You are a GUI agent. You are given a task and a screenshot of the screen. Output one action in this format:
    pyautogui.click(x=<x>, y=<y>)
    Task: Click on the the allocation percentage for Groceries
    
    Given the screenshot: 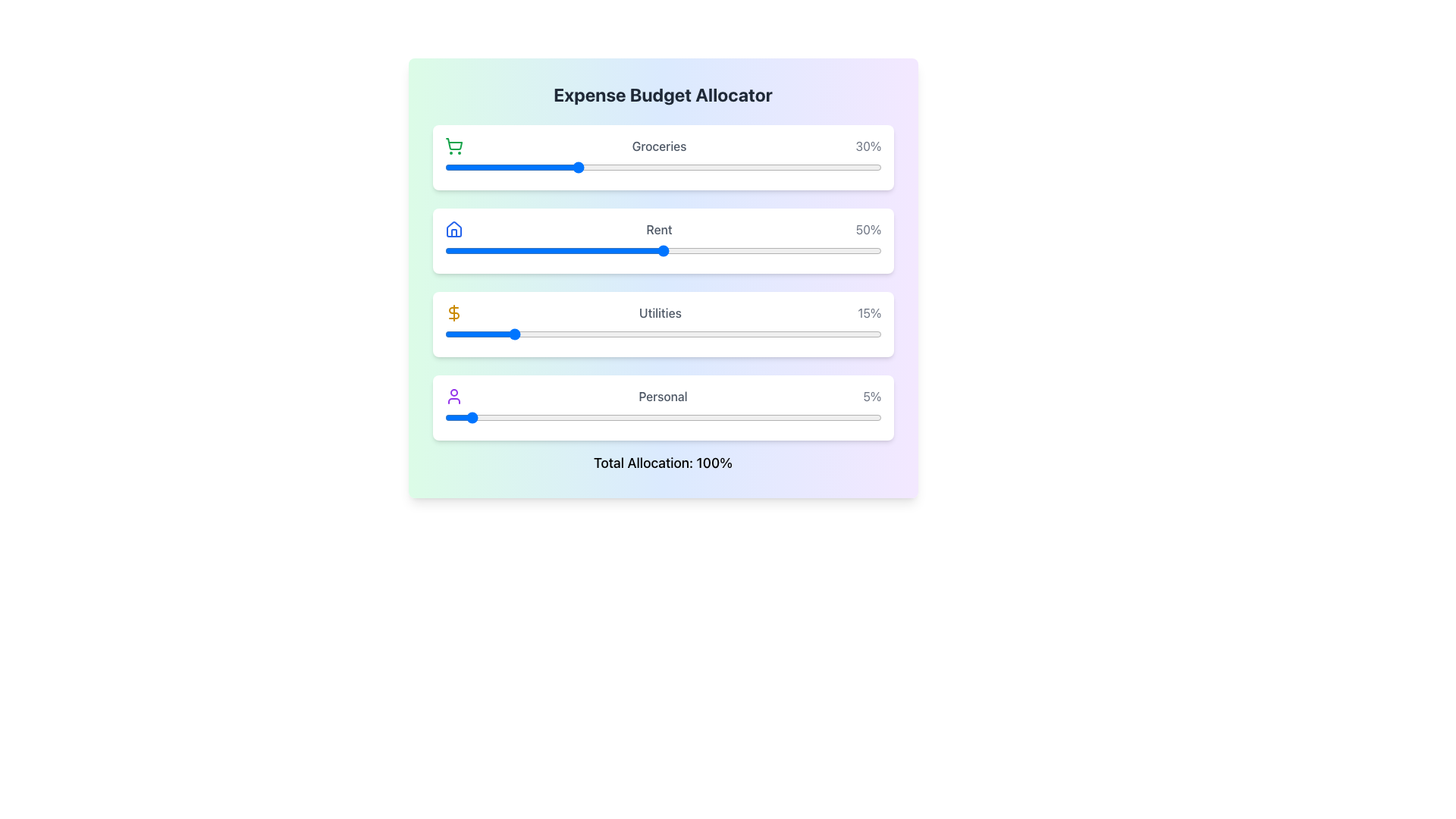 What is the action you would take?
    pyautogui.click(x=671, y=167)
    